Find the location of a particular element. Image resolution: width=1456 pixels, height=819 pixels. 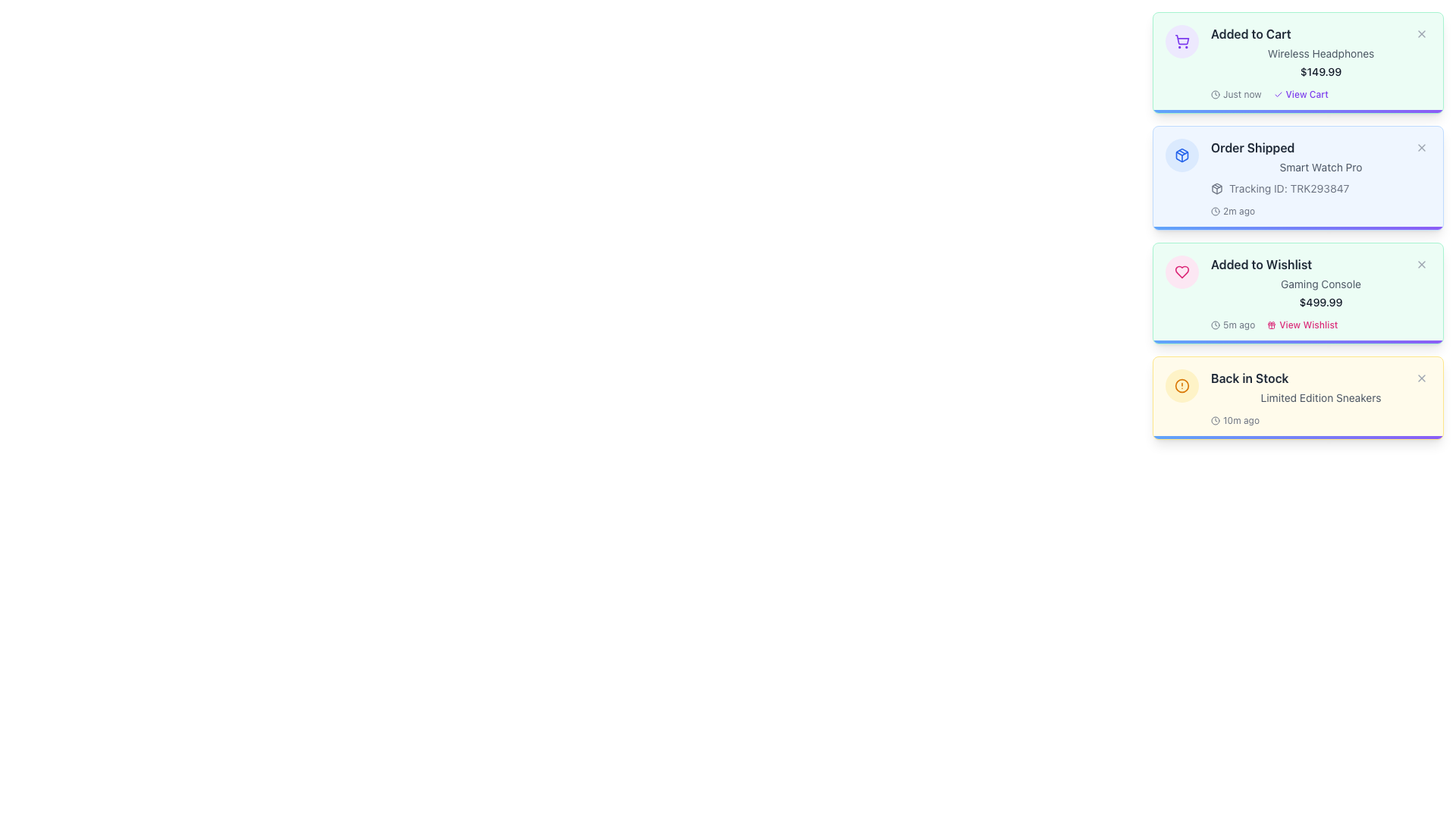

the decorative image or icon representing a shipped order, located in the 'Order Shipped' notification block above the text 'Smart Watch Pro' is located at coordinates (1181, 155).